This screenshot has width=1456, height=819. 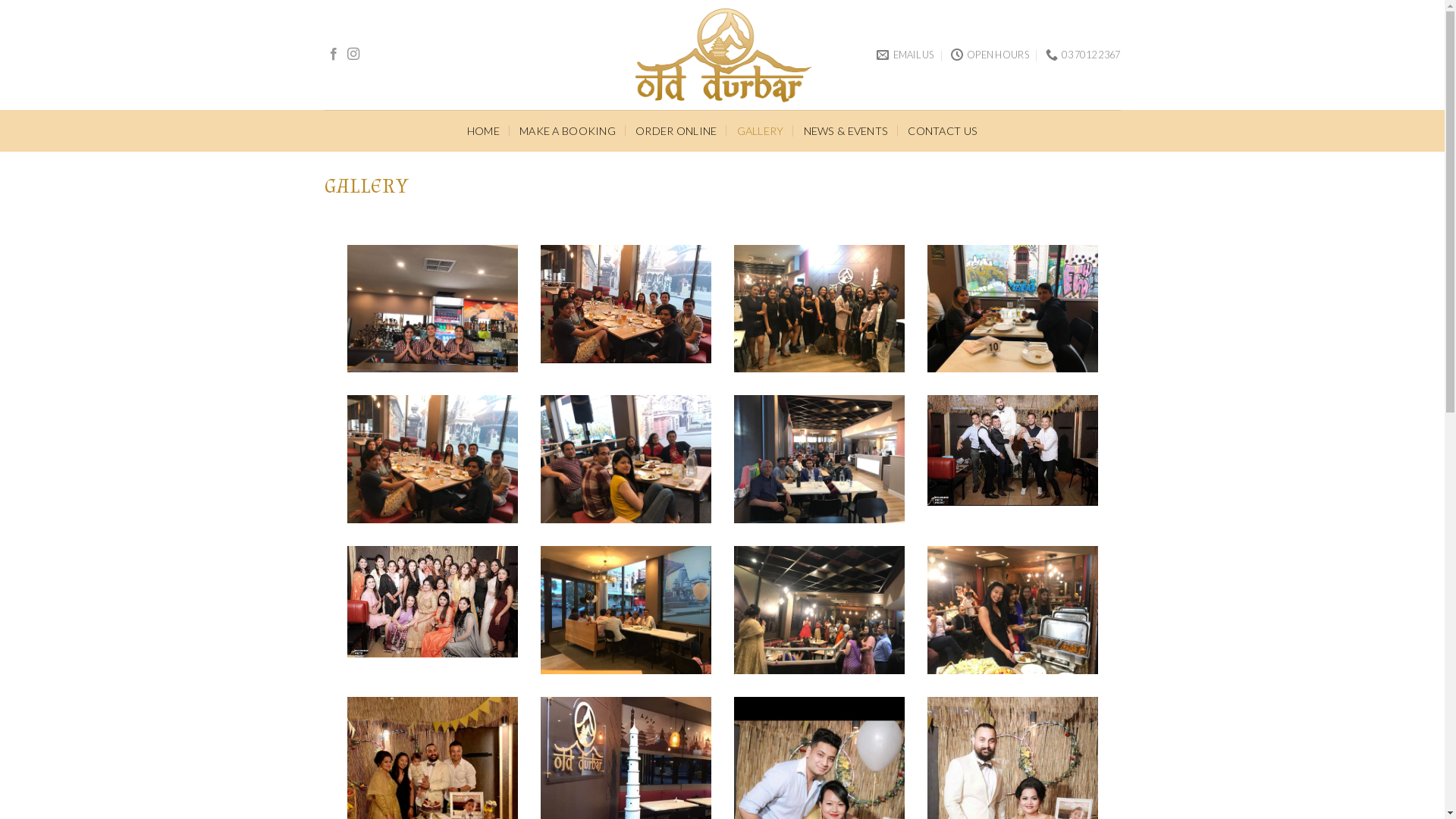 What do you see at coordinates (346, 54) in the screenshot?
I see `'Follow on Instagram'` at bounding box center [346, 54].